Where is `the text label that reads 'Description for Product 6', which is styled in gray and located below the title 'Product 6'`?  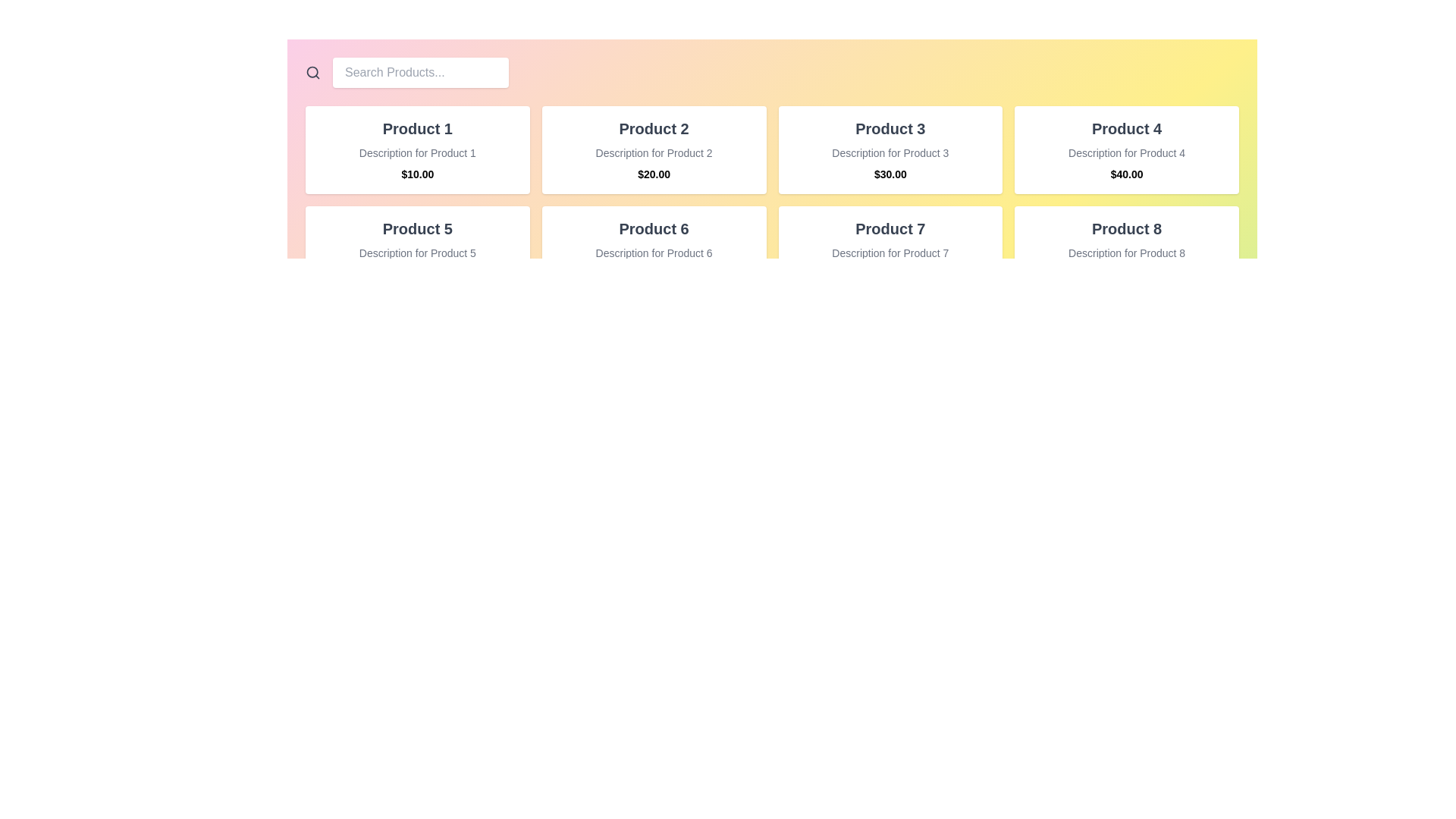 the text label that reads 'Description for Product 6', which is styled in gray and located below the title 'Product 6' is located at coordinates (654, 253).